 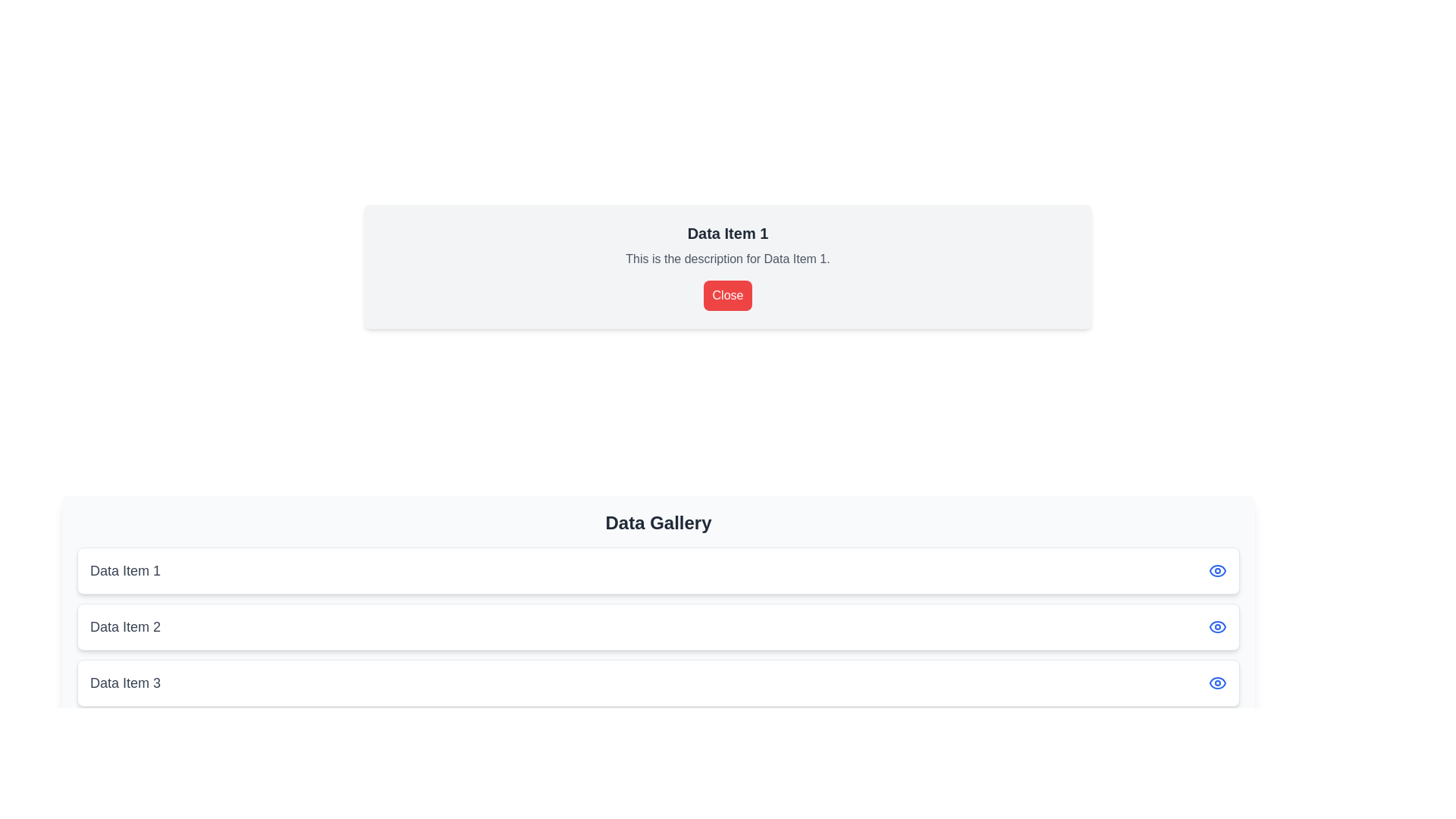 I want to click on the second item, so click(x=658, y=626).